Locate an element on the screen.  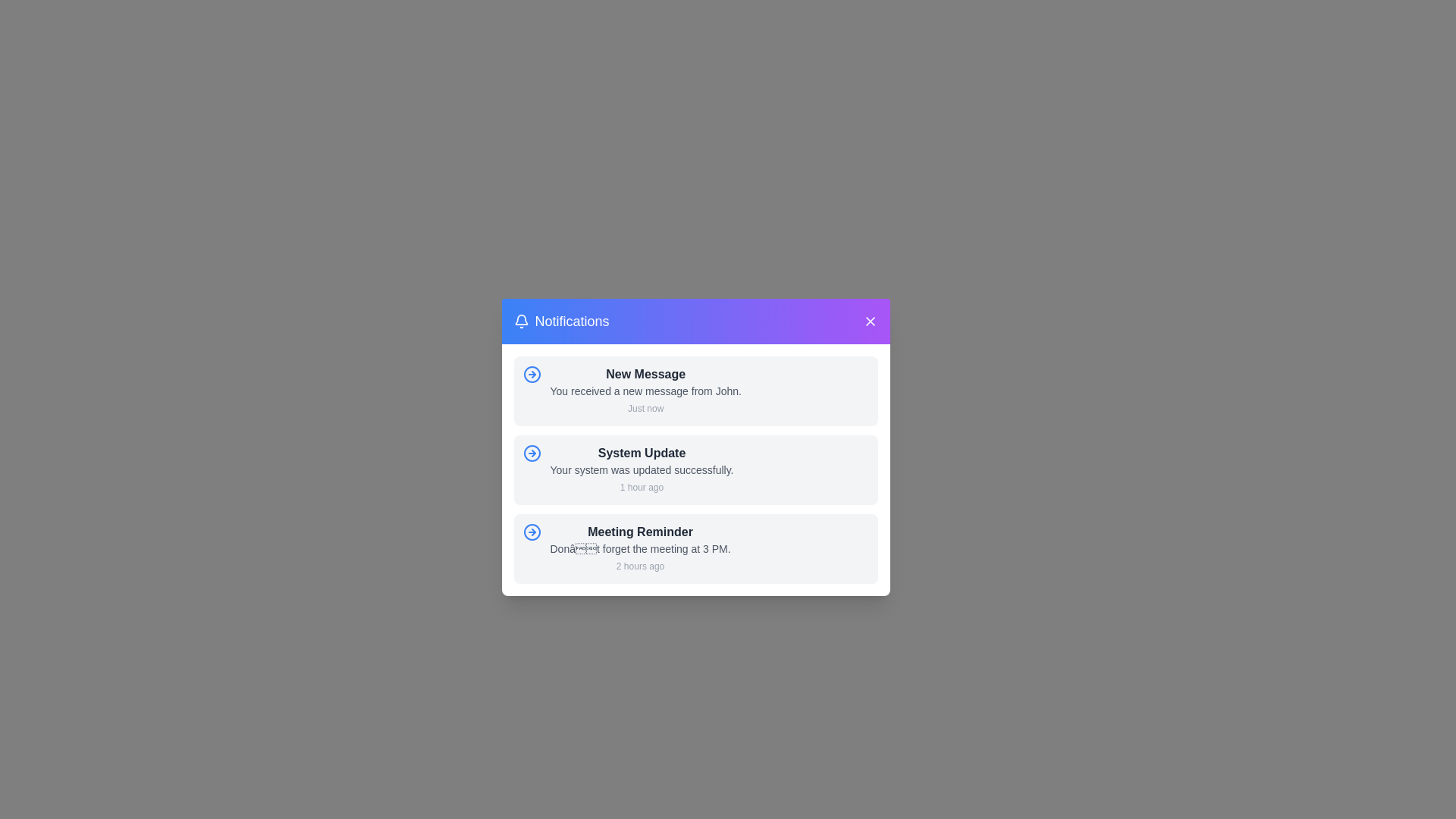
the text label indicating the time relative to now, located in the bottom-right corner of the 'New Message' notification, below the main message content is located at coordinates (645, 408).